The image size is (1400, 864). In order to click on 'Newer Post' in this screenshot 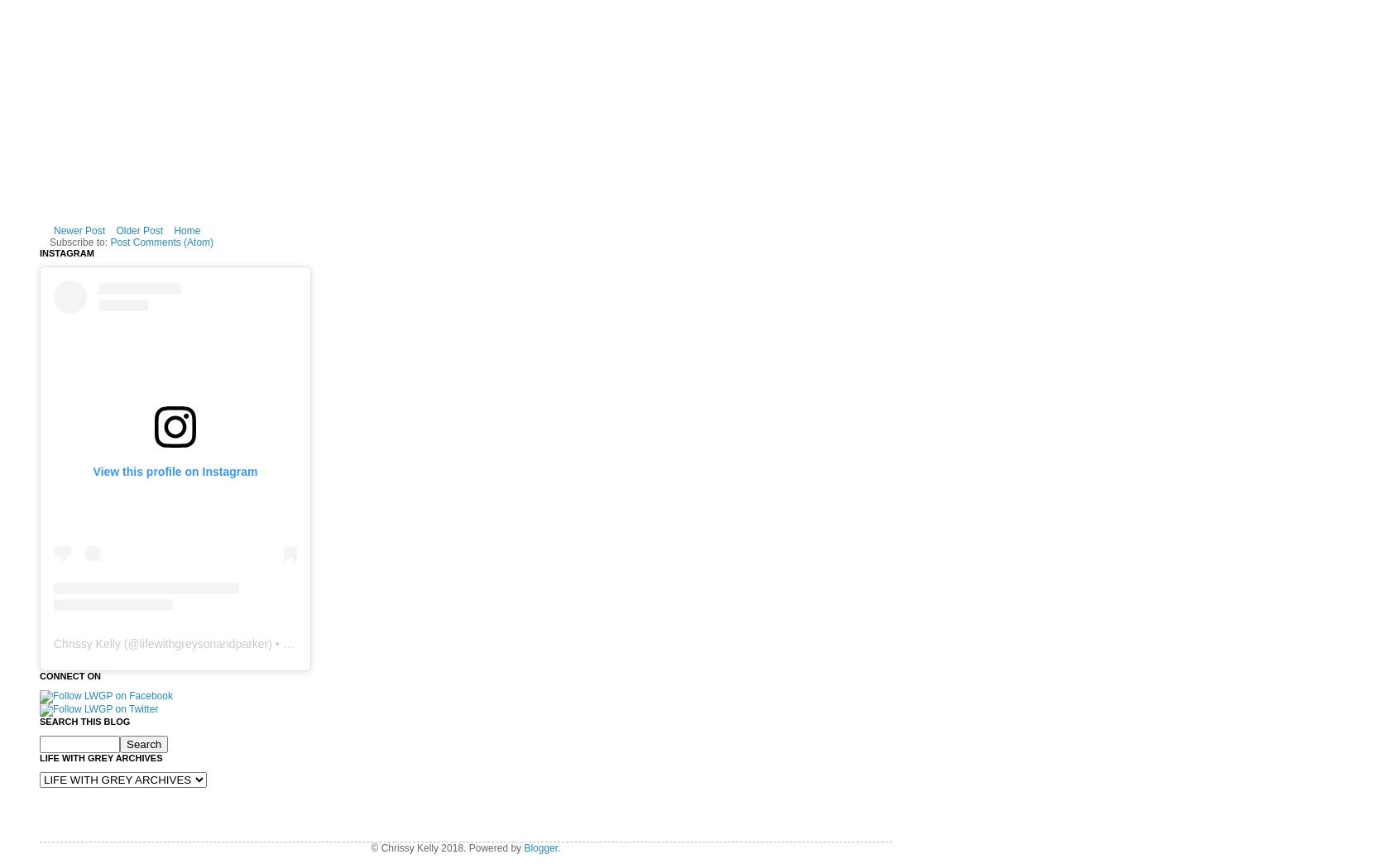, I will do `click(79, 229)`.